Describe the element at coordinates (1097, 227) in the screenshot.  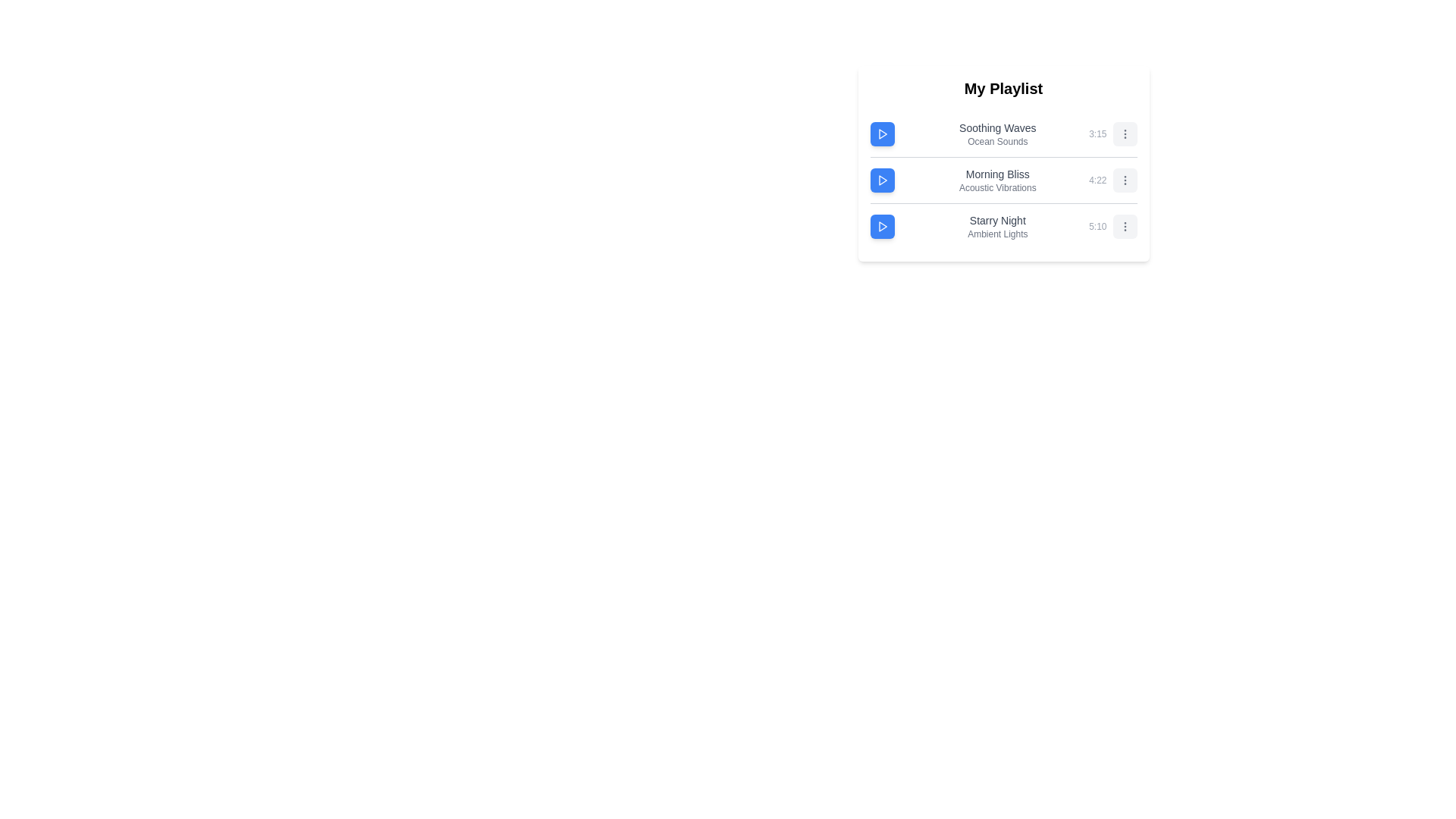
I see `the third duration indicator of the 'Starry Night' track in the 'My Playlist' list, which is a static text label showing the track duration` at that location.